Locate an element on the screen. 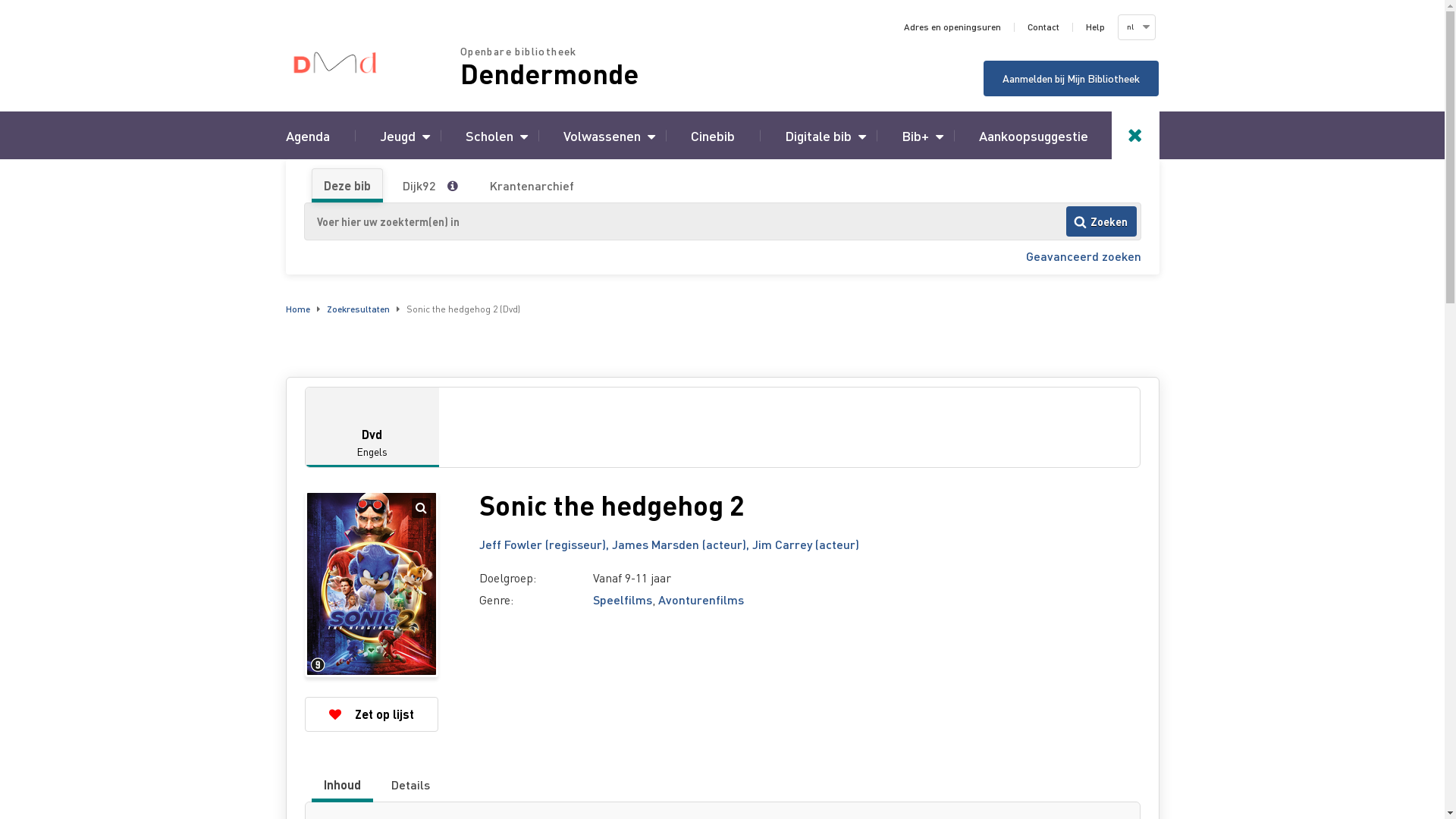  'Inhoud' is located at coordinates (341, 784).